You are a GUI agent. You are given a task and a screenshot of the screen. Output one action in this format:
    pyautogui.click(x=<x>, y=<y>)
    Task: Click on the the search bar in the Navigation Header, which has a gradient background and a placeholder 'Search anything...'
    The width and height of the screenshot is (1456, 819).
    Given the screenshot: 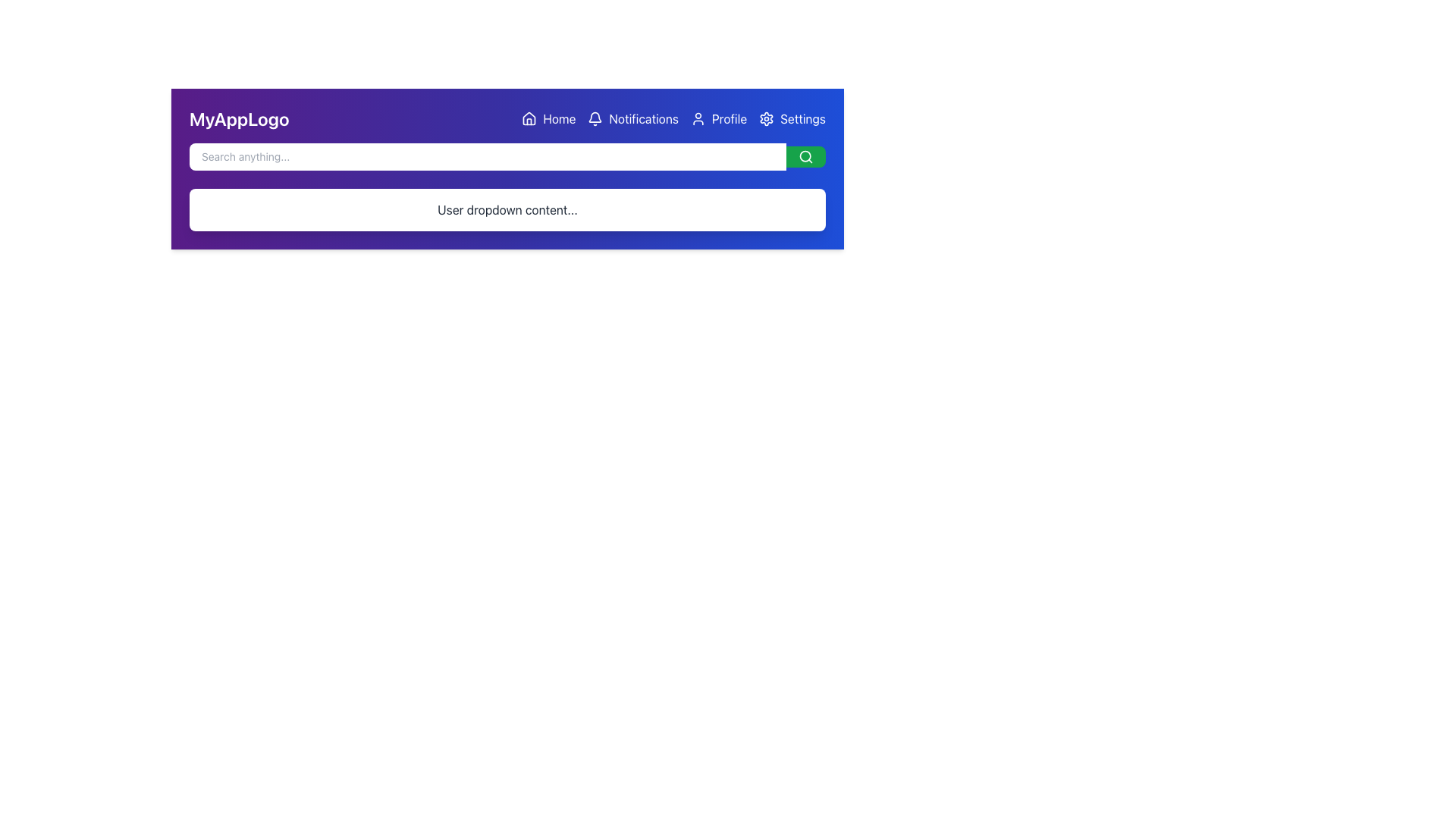 What is the action you would take?
    pyautogui.click(x=507, y=169)
    